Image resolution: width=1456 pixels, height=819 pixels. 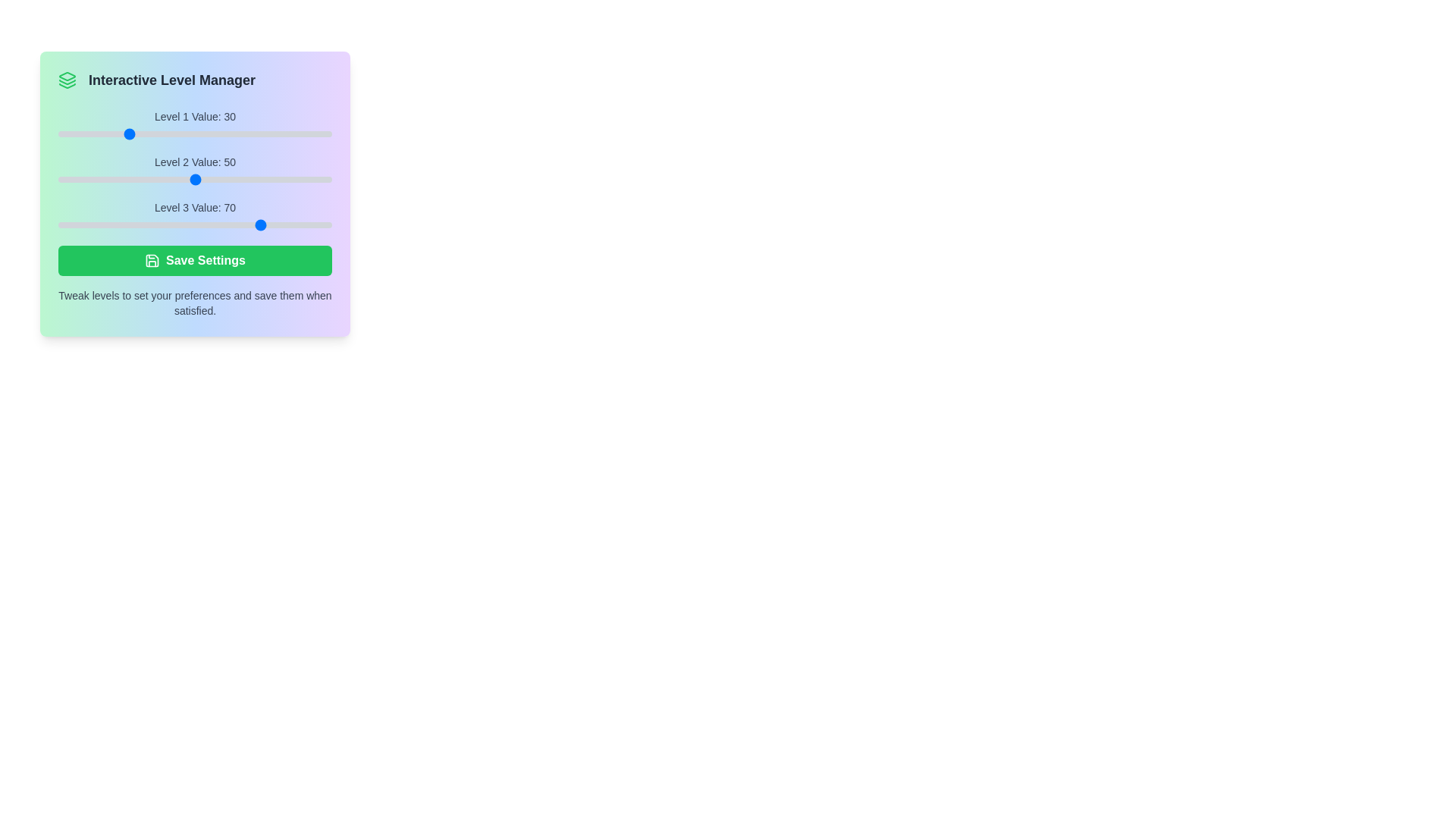 I want to click on the handle of the second slider labeled 'Level 2', so click(x=194, y=171).